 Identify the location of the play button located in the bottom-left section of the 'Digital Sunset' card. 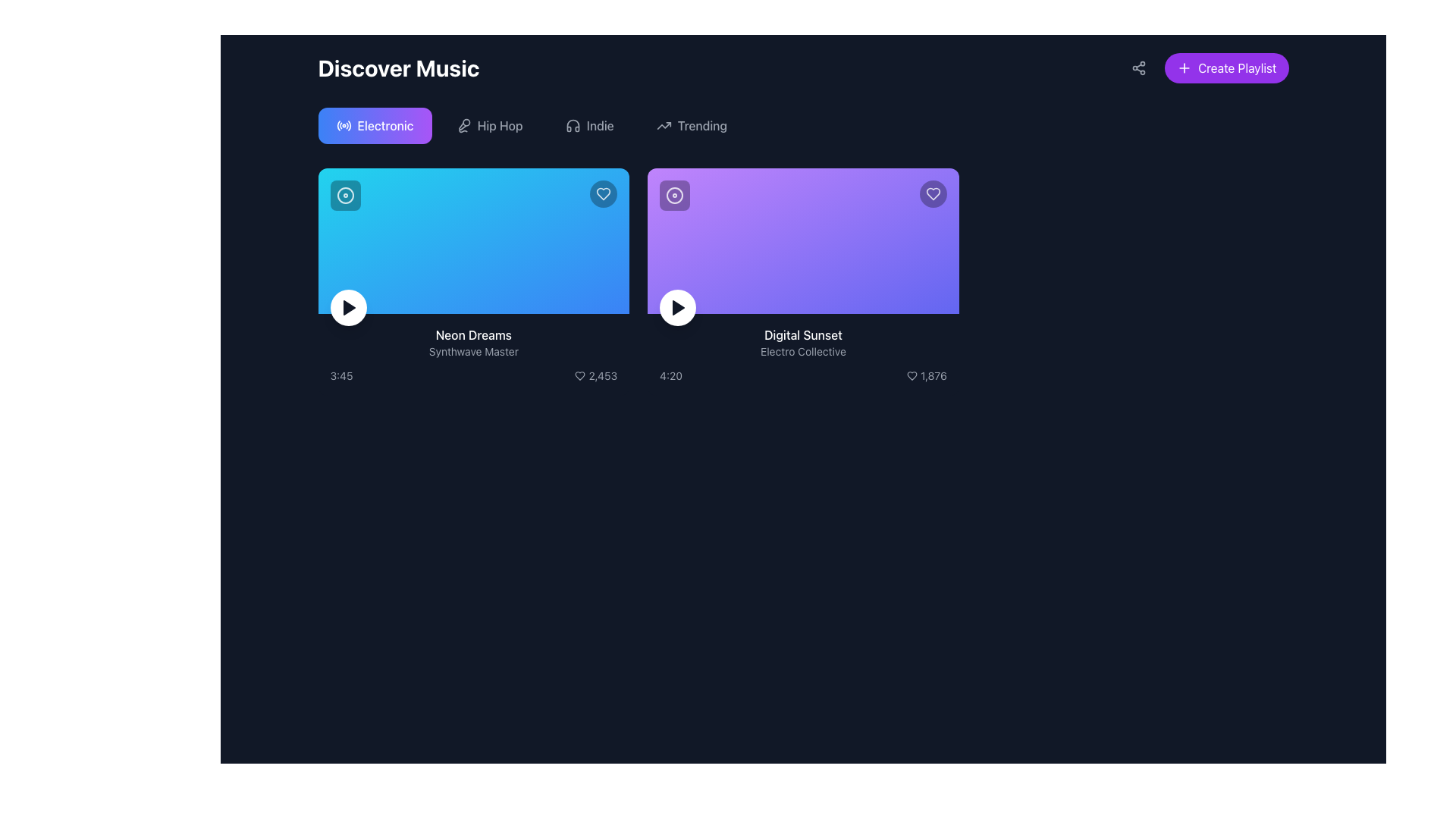
(677, 307).